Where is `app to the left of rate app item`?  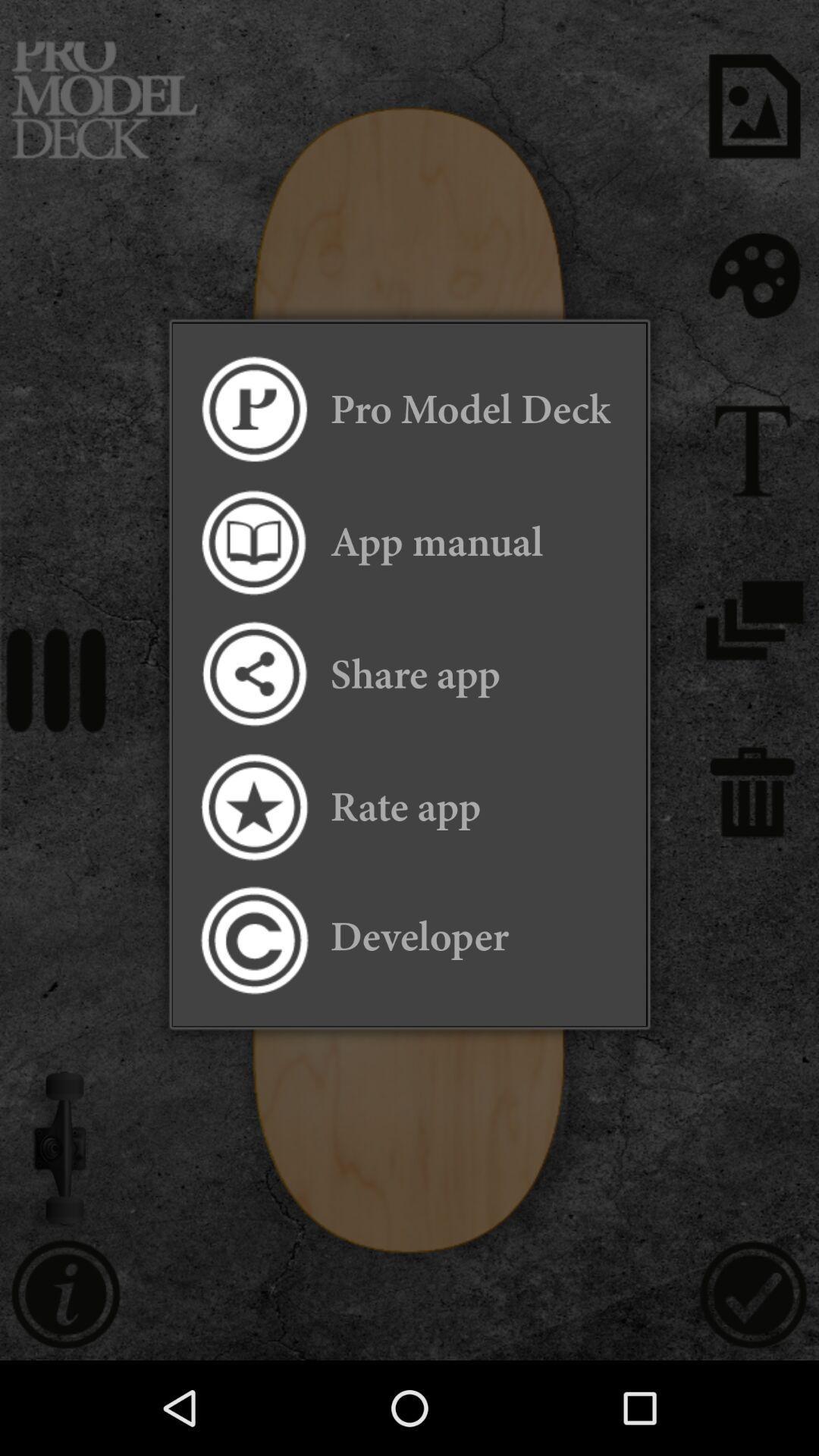 app to the left of rate app item is located at coordinates (253, 806).